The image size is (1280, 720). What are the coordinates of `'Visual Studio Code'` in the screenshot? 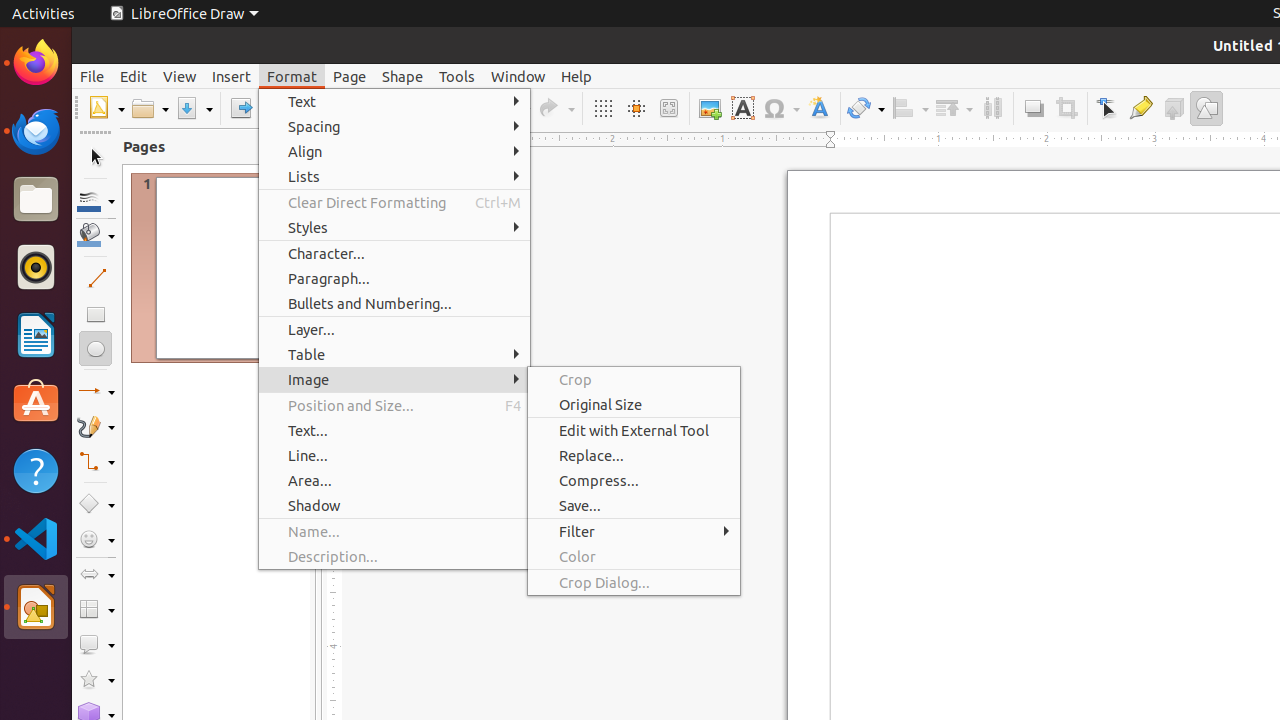 It's located at (35, 537).